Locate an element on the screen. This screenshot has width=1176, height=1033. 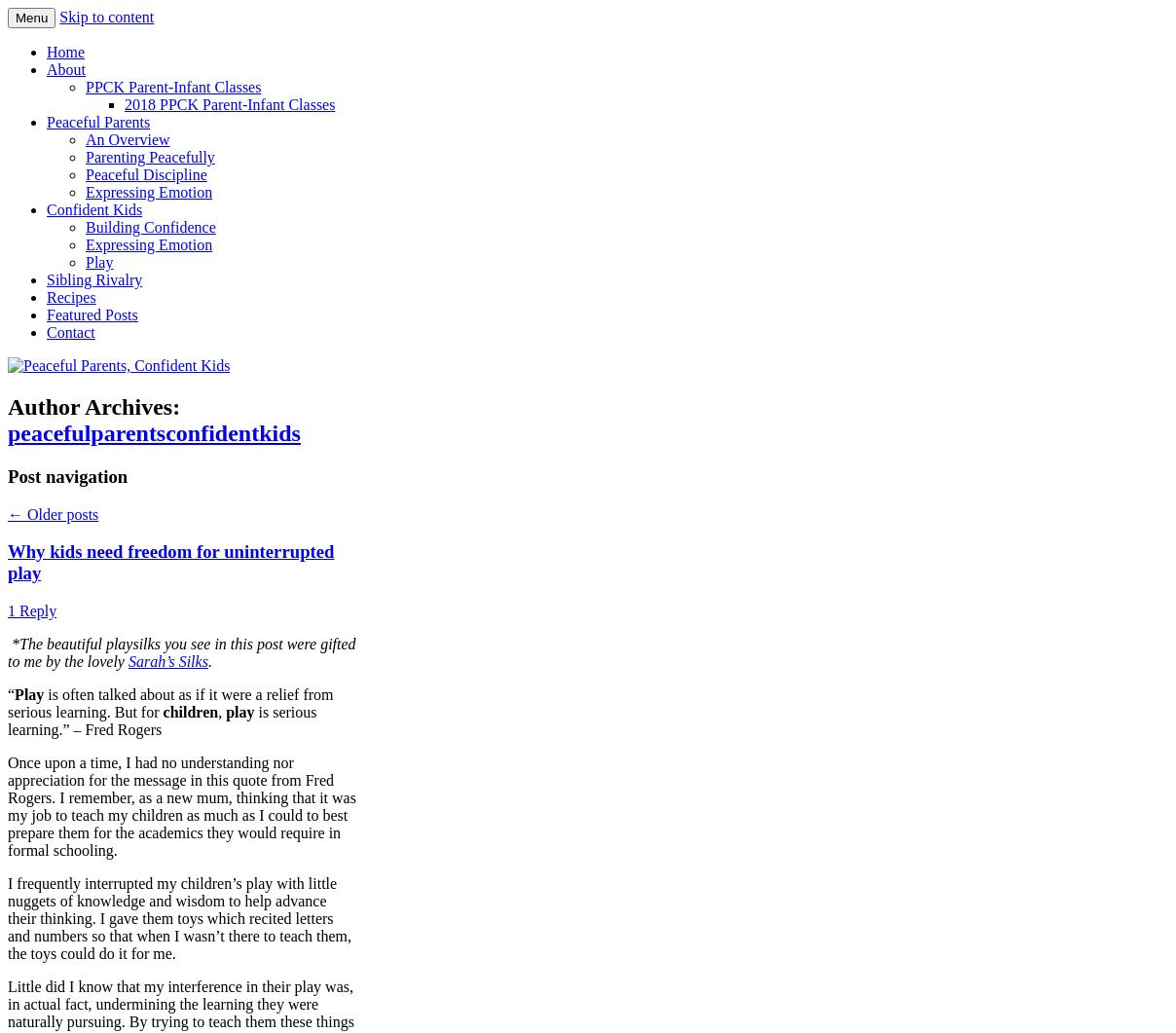
'Peaceful Parents' is located at coordinates (96, 122).